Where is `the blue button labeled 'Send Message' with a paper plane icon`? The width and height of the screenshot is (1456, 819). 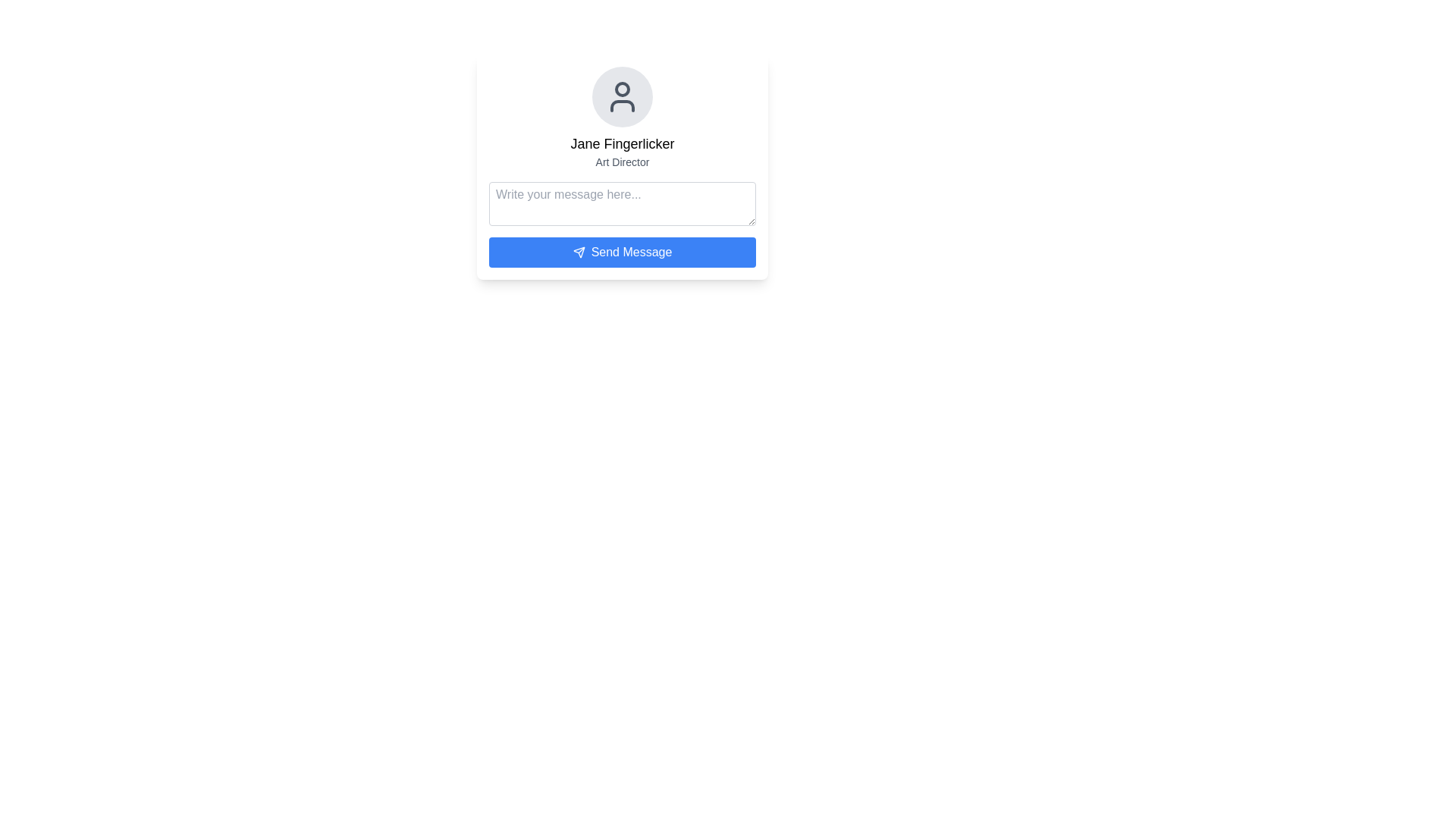
the blue button labeled 'Send Message' with a paper plane icon is located at coordinates (622, 251).